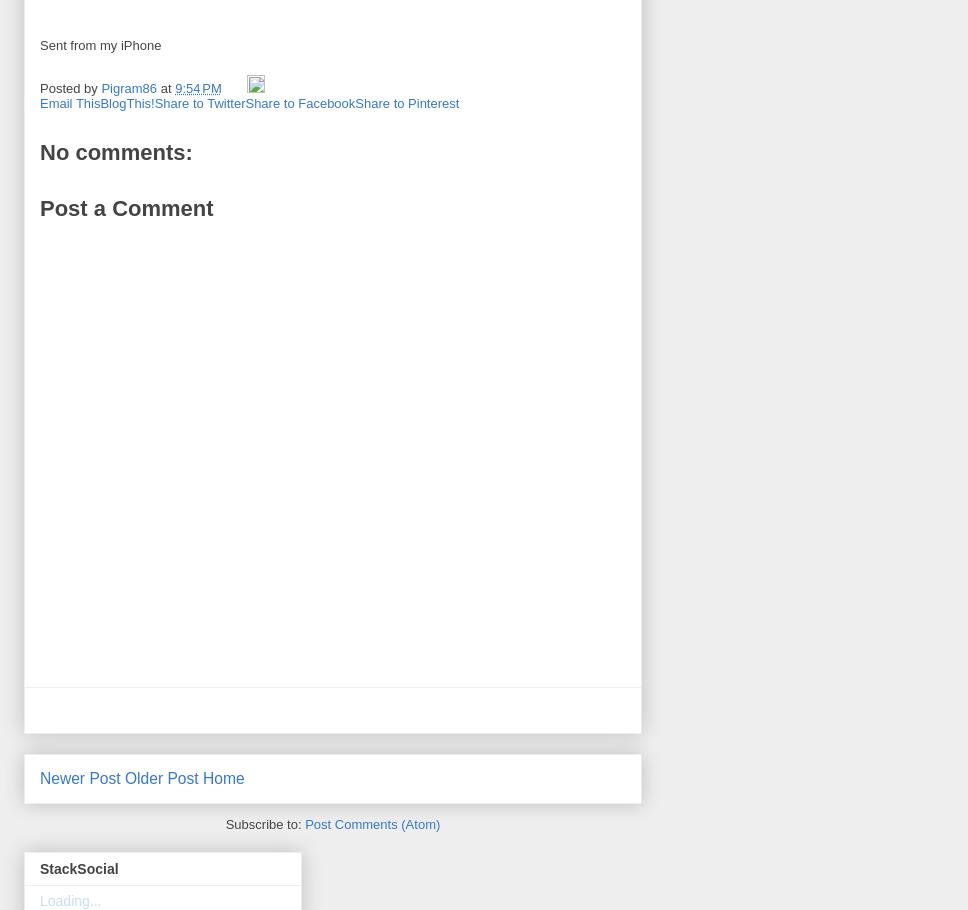 Image resolution: width=968 pixels, height=910 pixels. I want to click on 'Email This', so click(68, 103).